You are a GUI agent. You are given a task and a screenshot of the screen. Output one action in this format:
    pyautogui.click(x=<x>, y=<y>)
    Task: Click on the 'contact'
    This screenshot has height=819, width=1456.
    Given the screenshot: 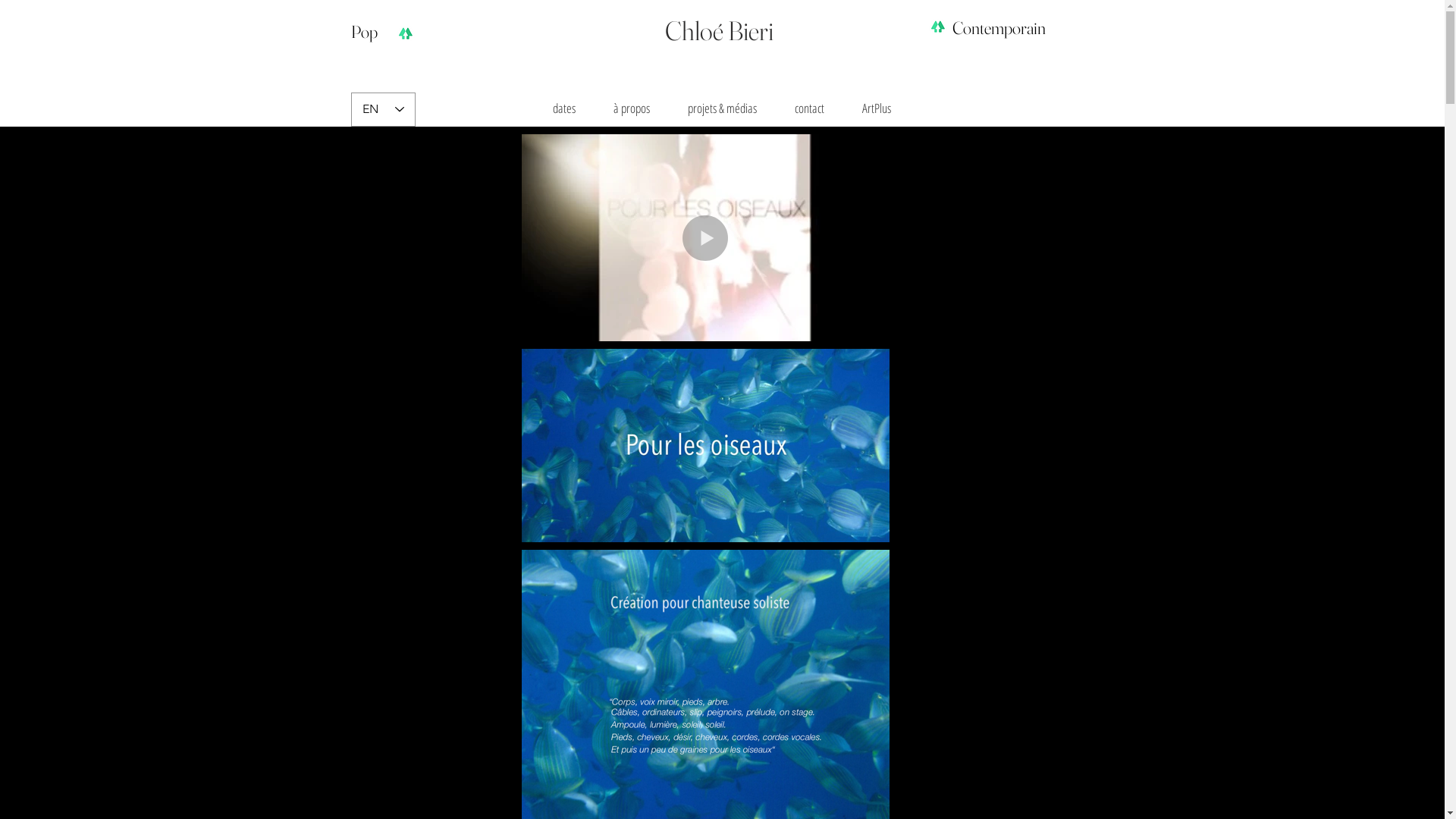 What is the action you would take?
    pyautogui.click(x=808, y=107)
    